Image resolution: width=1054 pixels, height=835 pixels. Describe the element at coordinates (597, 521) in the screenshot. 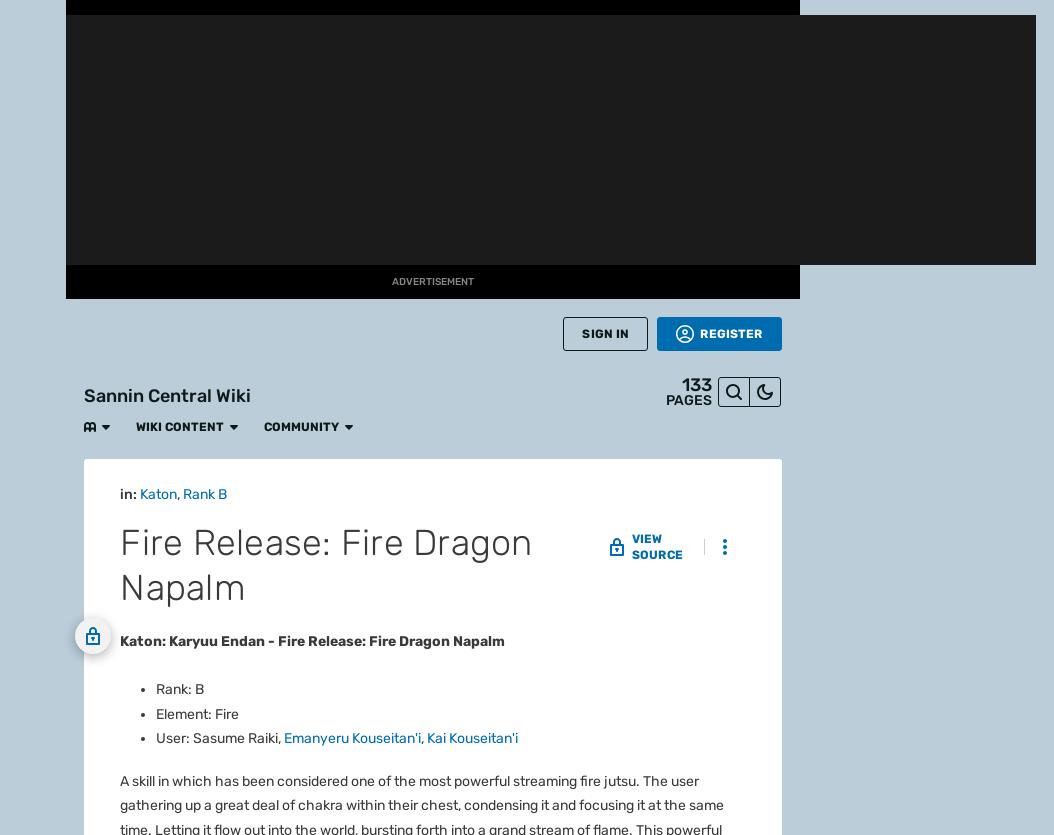

I see `'Fanatical'` at that location.